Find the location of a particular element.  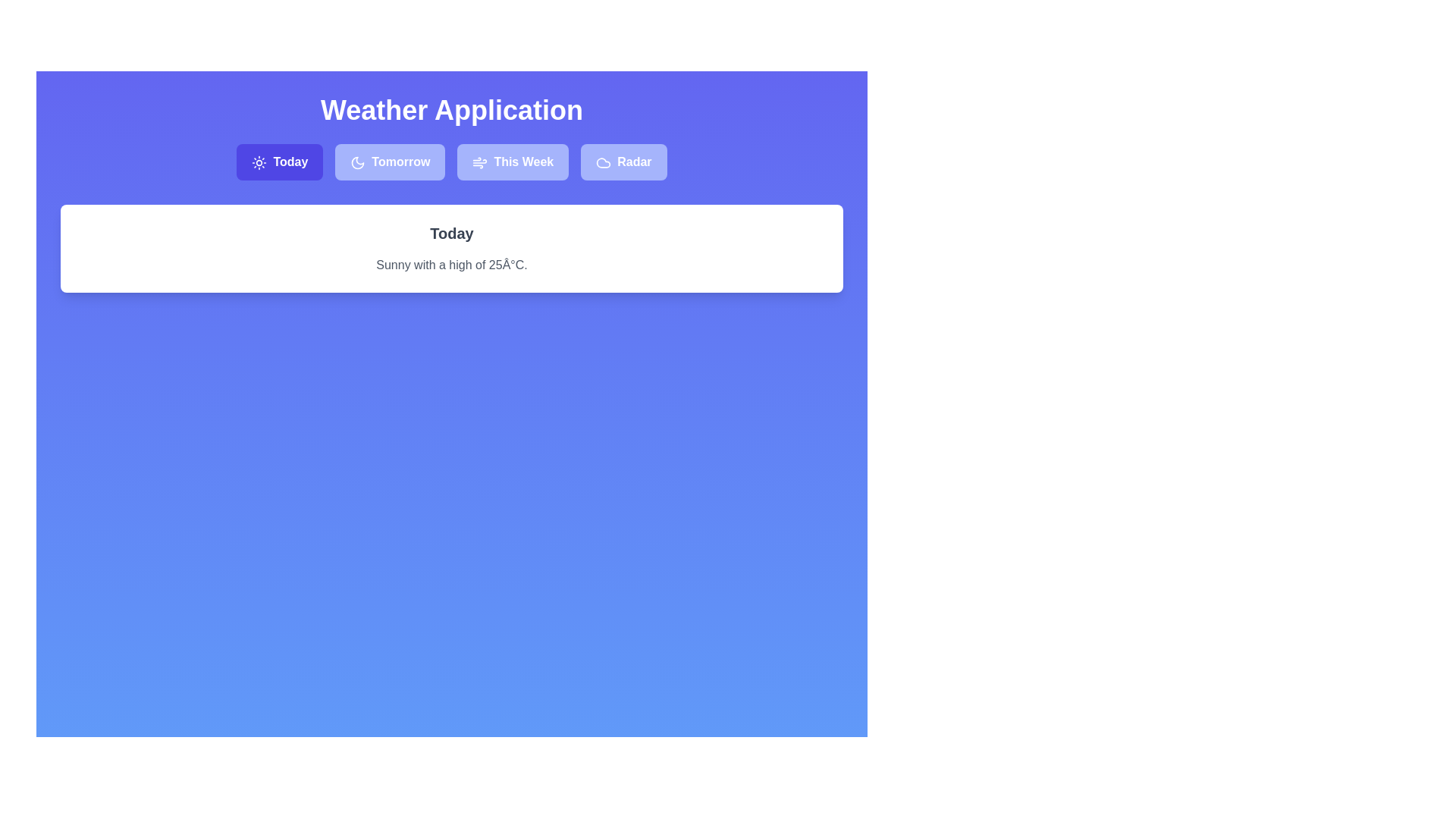

the tab labeled Today to observe the hover effect is located at coordinates (280, 162).